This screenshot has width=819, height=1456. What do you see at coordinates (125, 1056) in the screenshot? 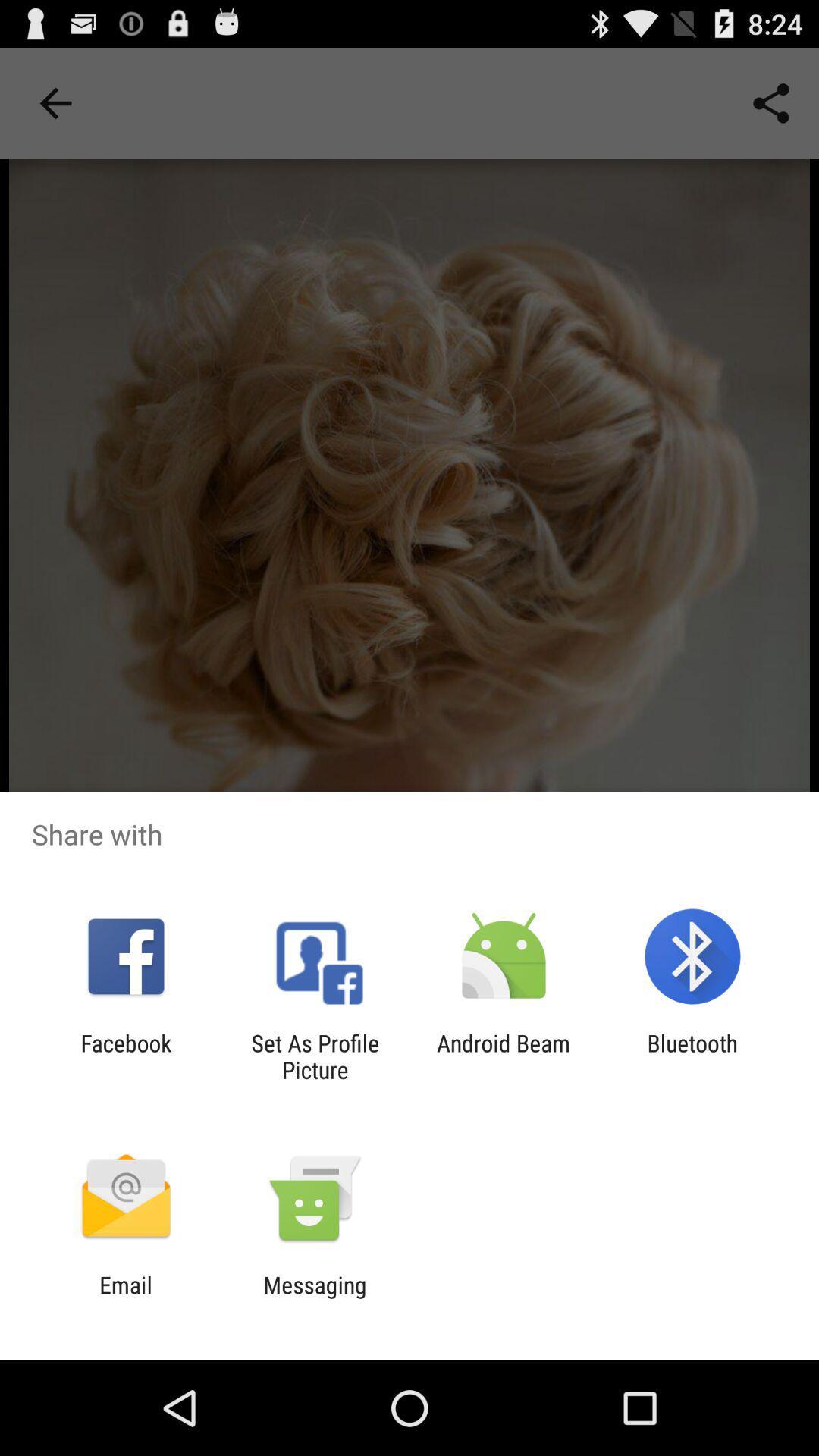
I see `the icon next to set as profile app` at bounding box center [125, 1056].